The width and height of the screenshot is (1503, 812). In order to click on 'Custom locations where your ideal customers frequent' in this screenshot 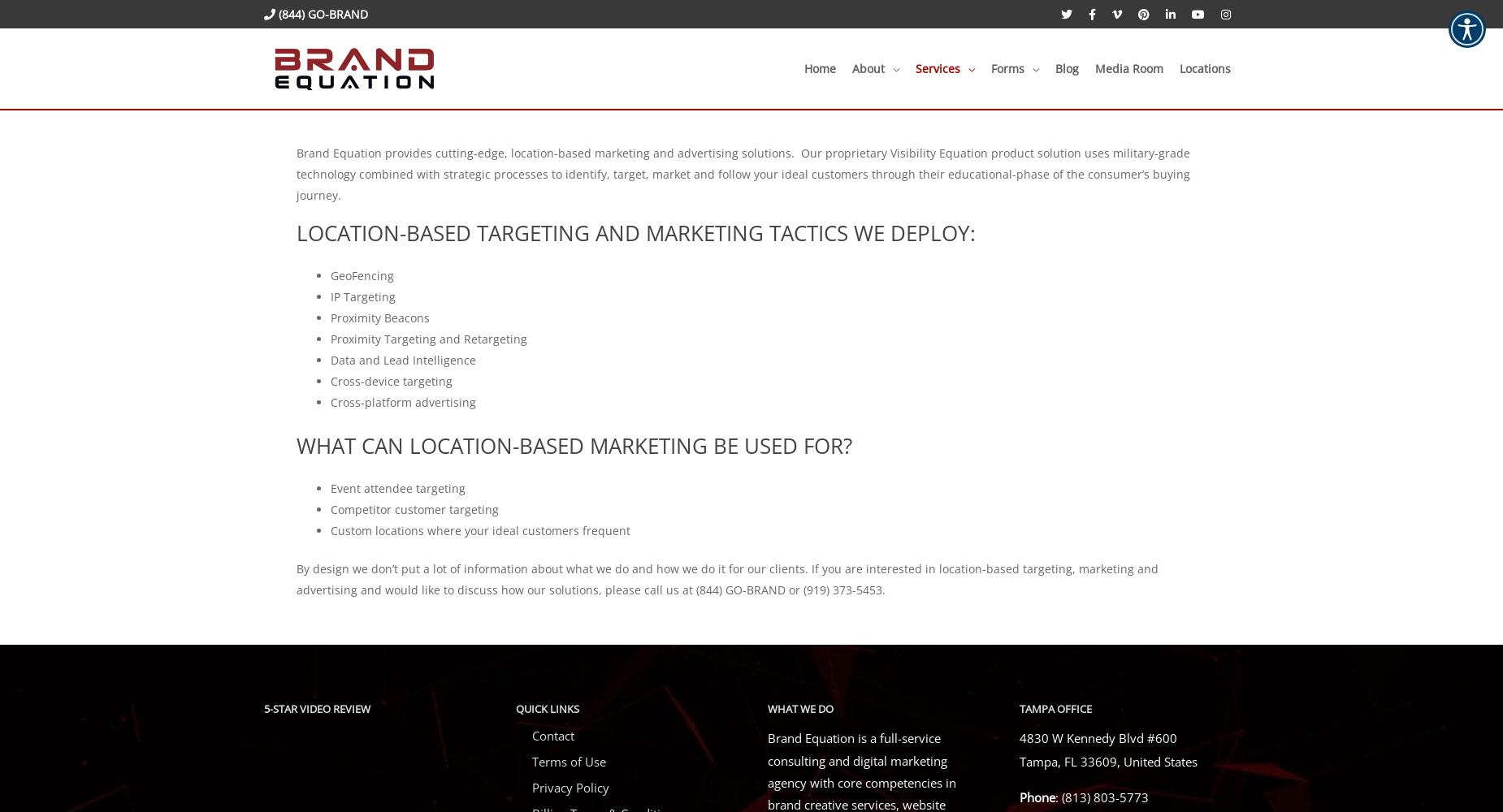, I will do `click(330, 529)`.